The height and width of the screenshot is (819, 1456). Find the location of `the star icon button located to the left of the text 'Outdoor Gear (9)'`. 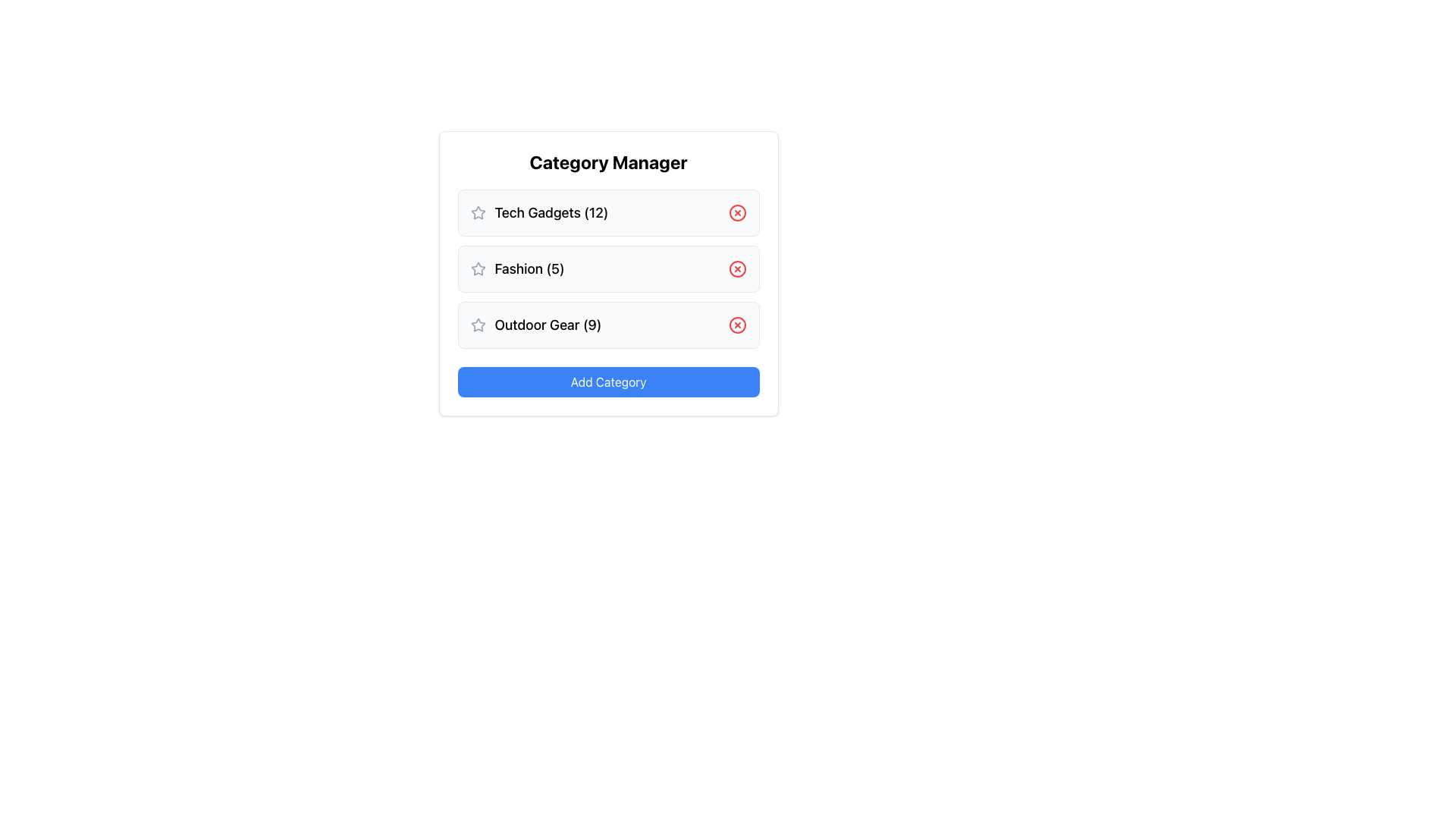

the star icon button located to the left of the text 'Outdoor Gear (9)' is located at coordinates (477, 324).